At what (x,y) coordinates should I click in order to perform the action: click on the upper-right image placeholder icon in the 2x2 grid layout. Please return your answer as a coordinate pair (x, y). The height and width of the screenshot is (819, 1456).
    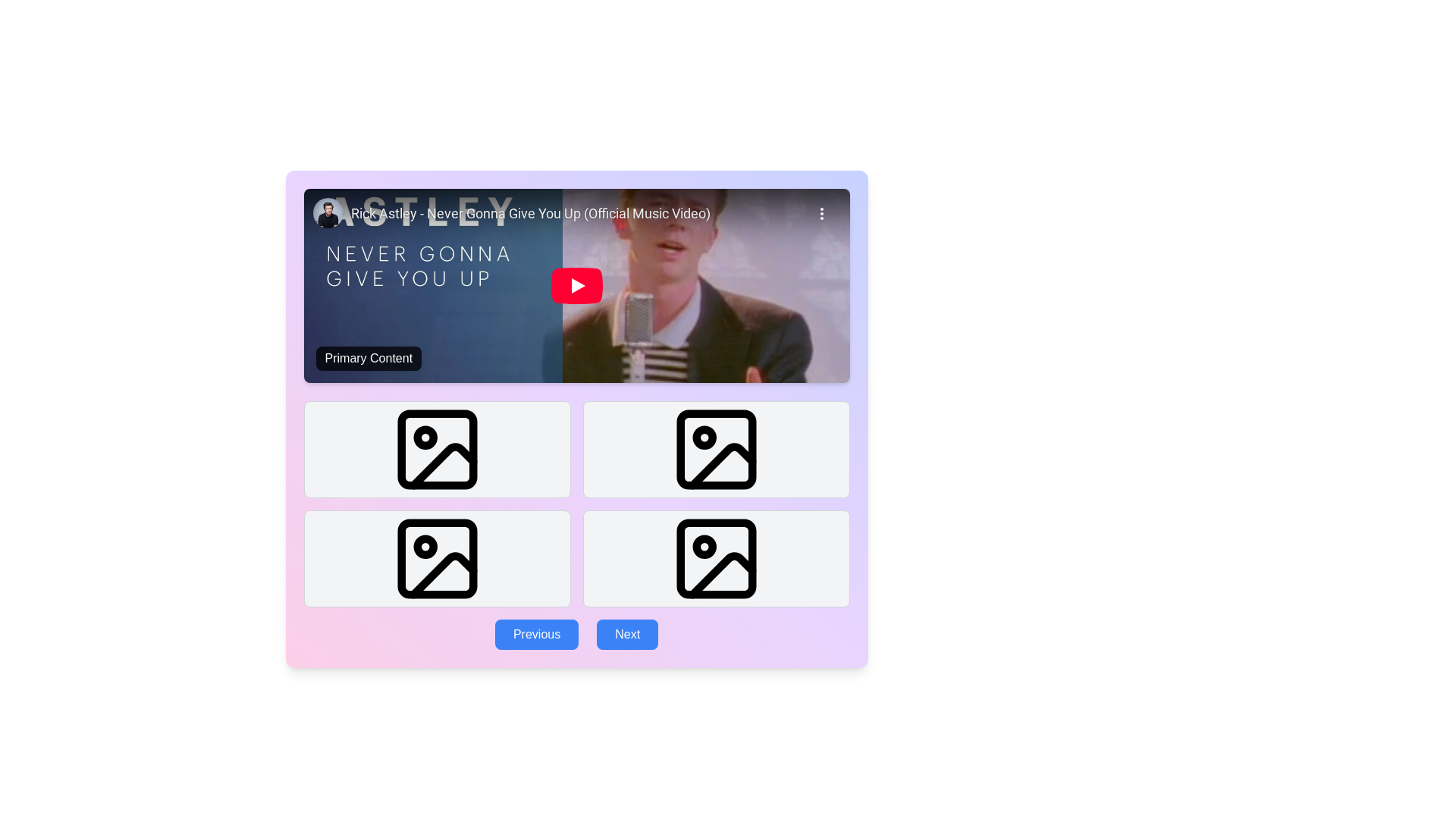
    Looking at the image, I should click on (721, 465).